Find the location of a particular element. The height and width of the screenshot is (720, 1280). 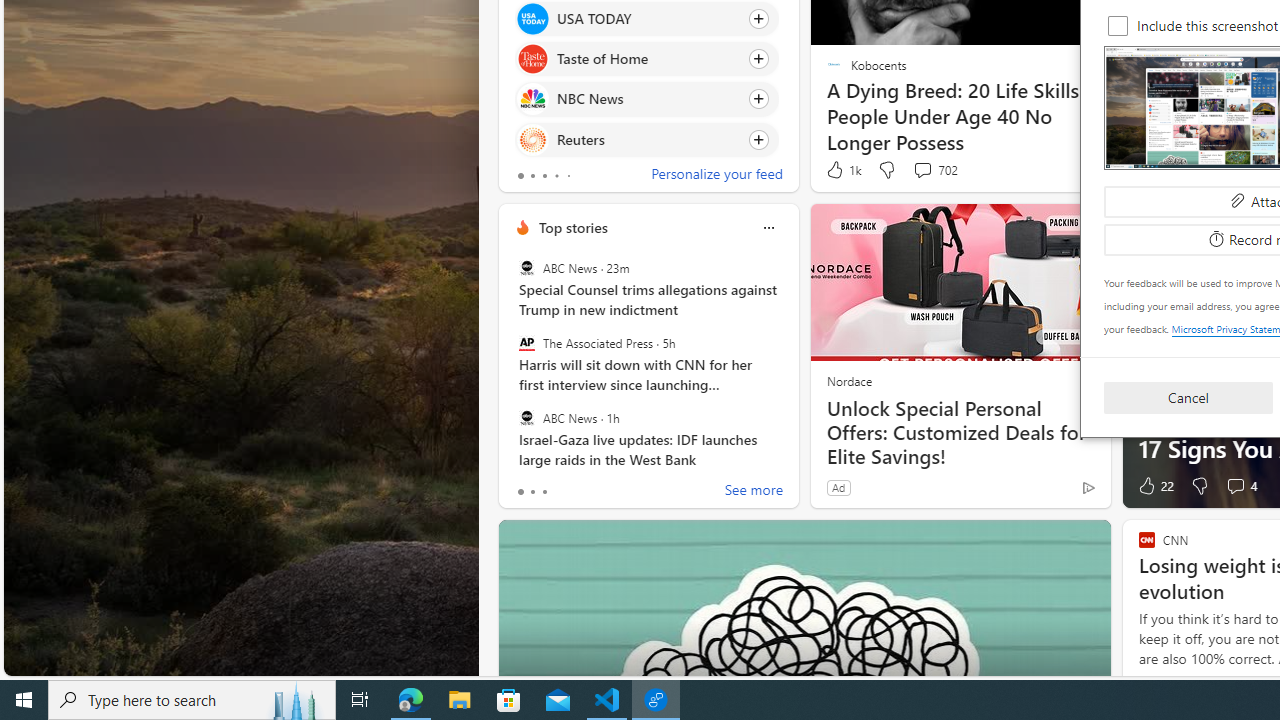

'Type here to search' is located at coordinates (192, 698).